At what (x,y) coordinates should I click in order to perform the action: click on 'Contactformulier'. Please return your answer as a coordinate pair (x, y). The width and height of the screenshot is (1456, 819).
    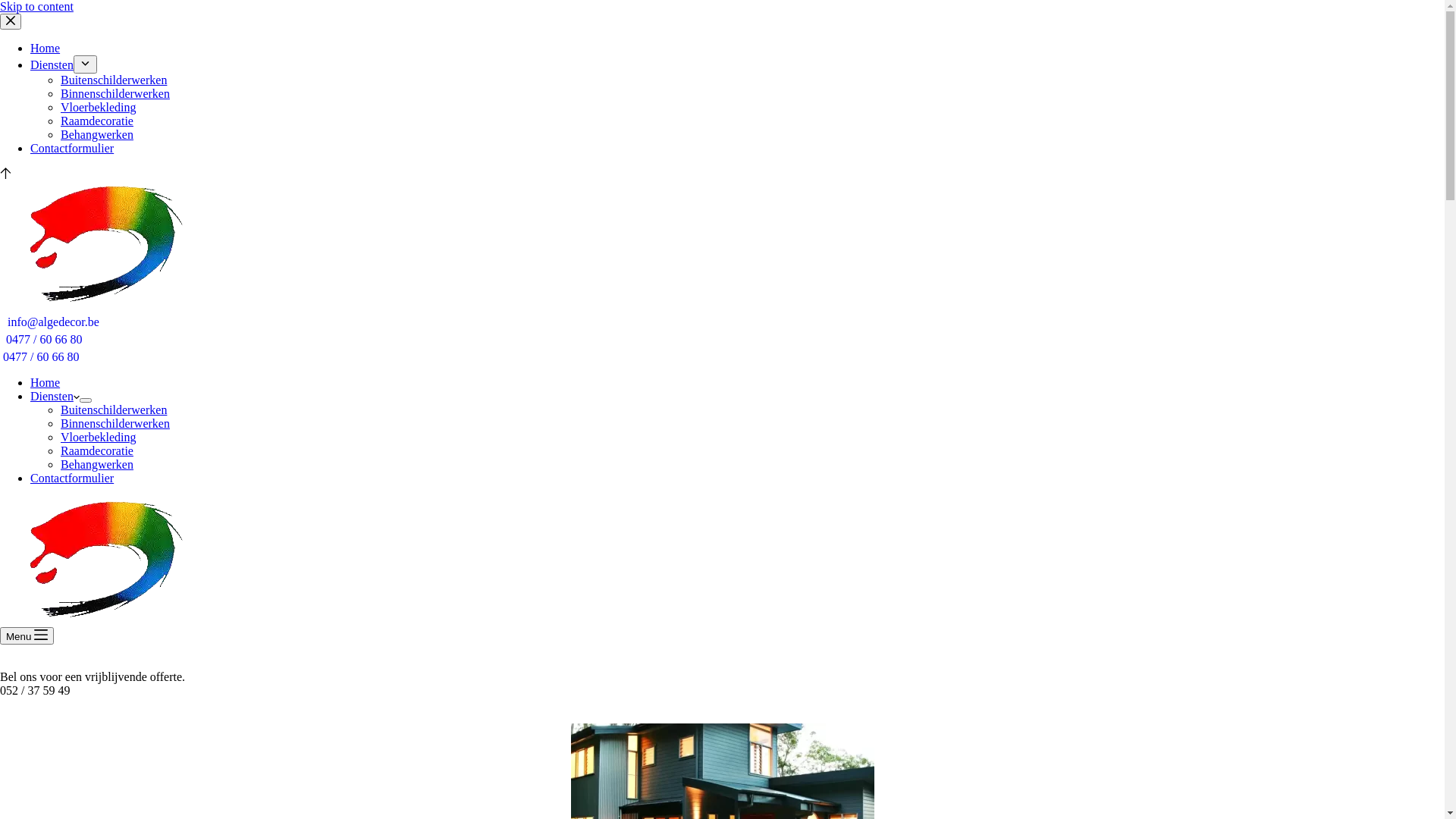
    Looking at the image, I should click on (71, 148).